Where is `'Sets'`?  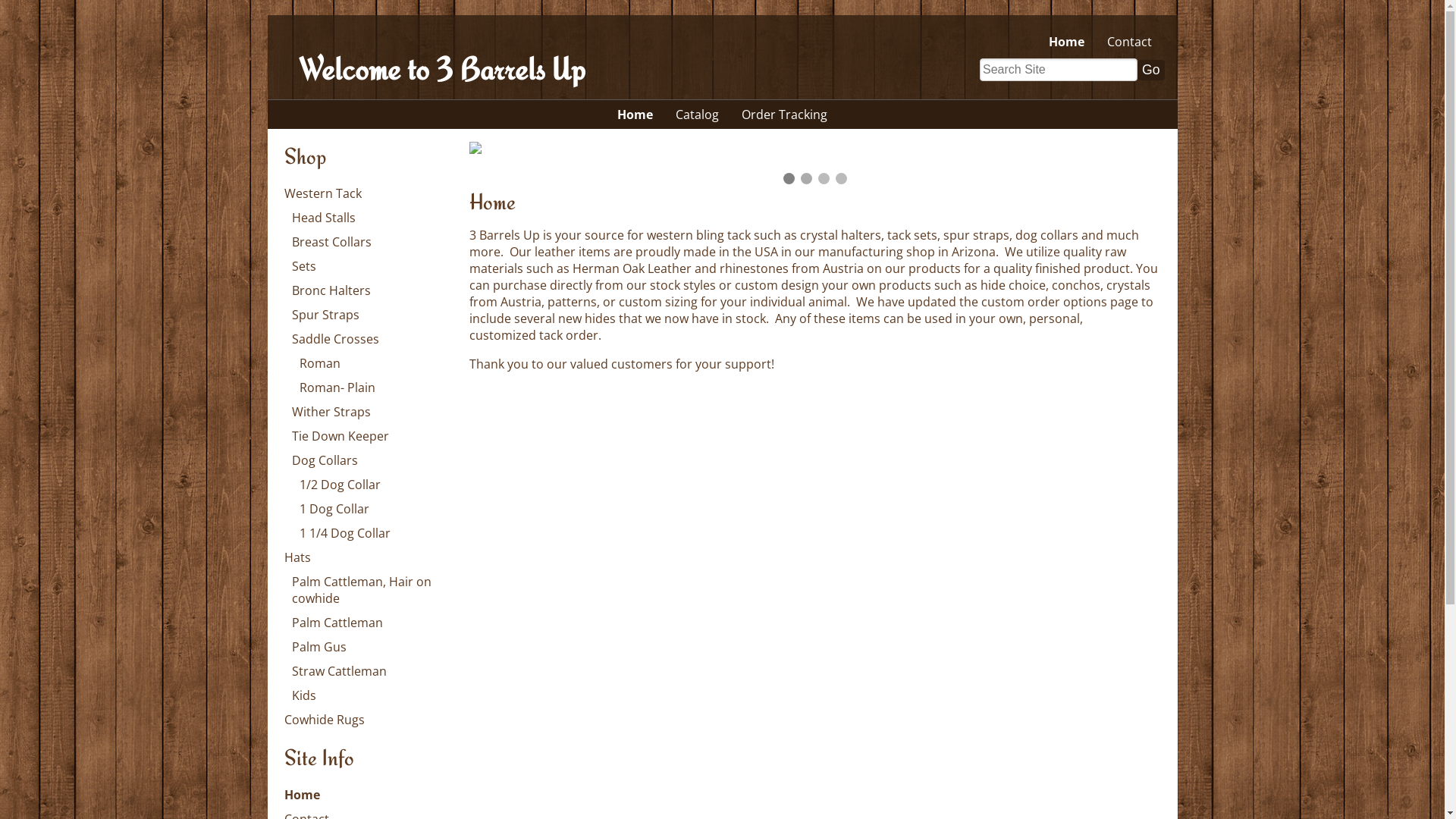
'Sets' is located at coordinates (303, 265).